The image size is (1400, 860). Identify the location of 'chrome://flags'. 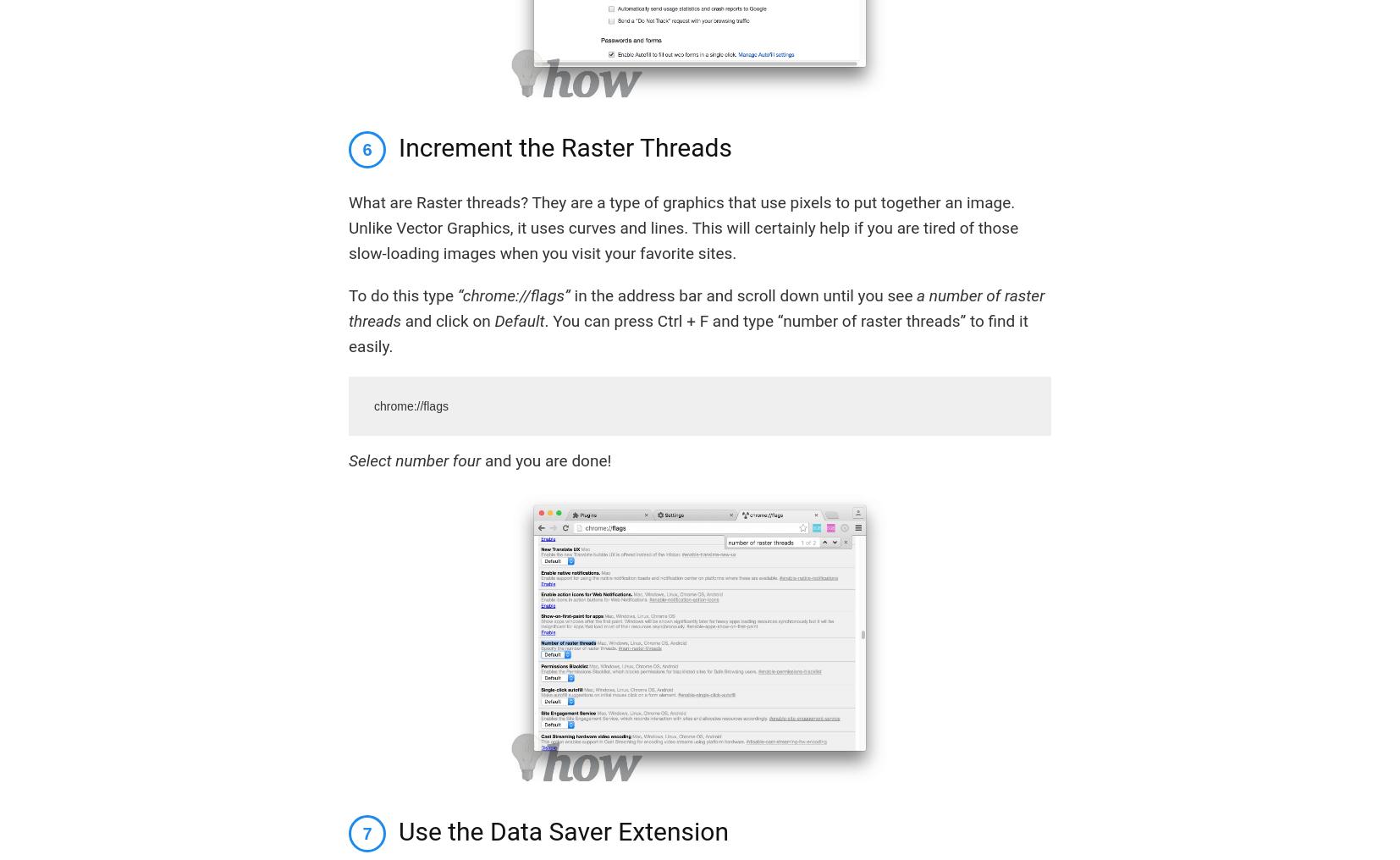
(411, 405).